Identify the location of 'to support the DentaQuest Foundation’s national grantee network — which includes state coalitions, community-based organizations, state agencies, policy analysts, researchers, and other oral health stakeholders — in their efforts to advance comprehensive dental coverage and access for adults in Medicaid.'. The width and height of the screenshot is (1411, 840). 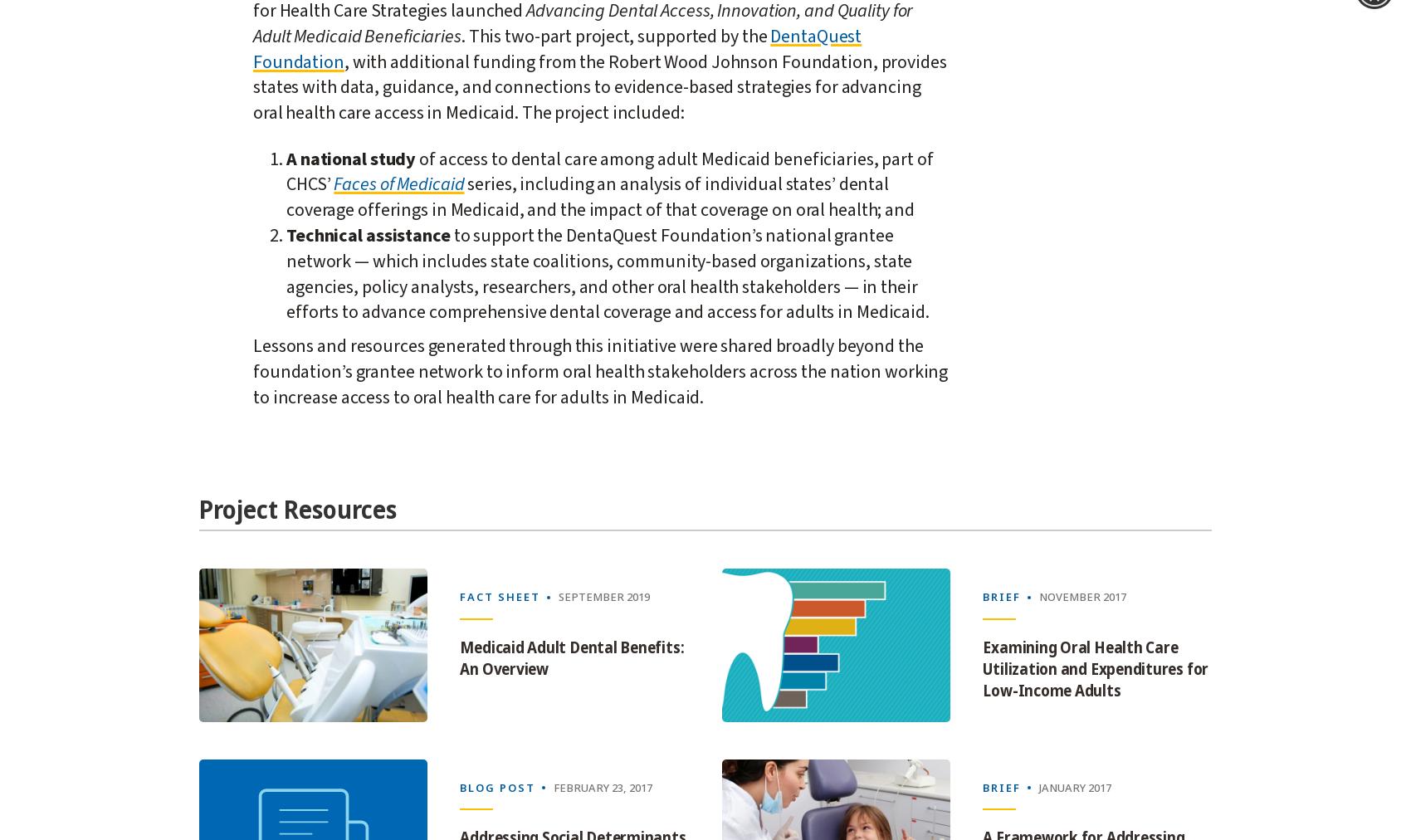
(285, 273).